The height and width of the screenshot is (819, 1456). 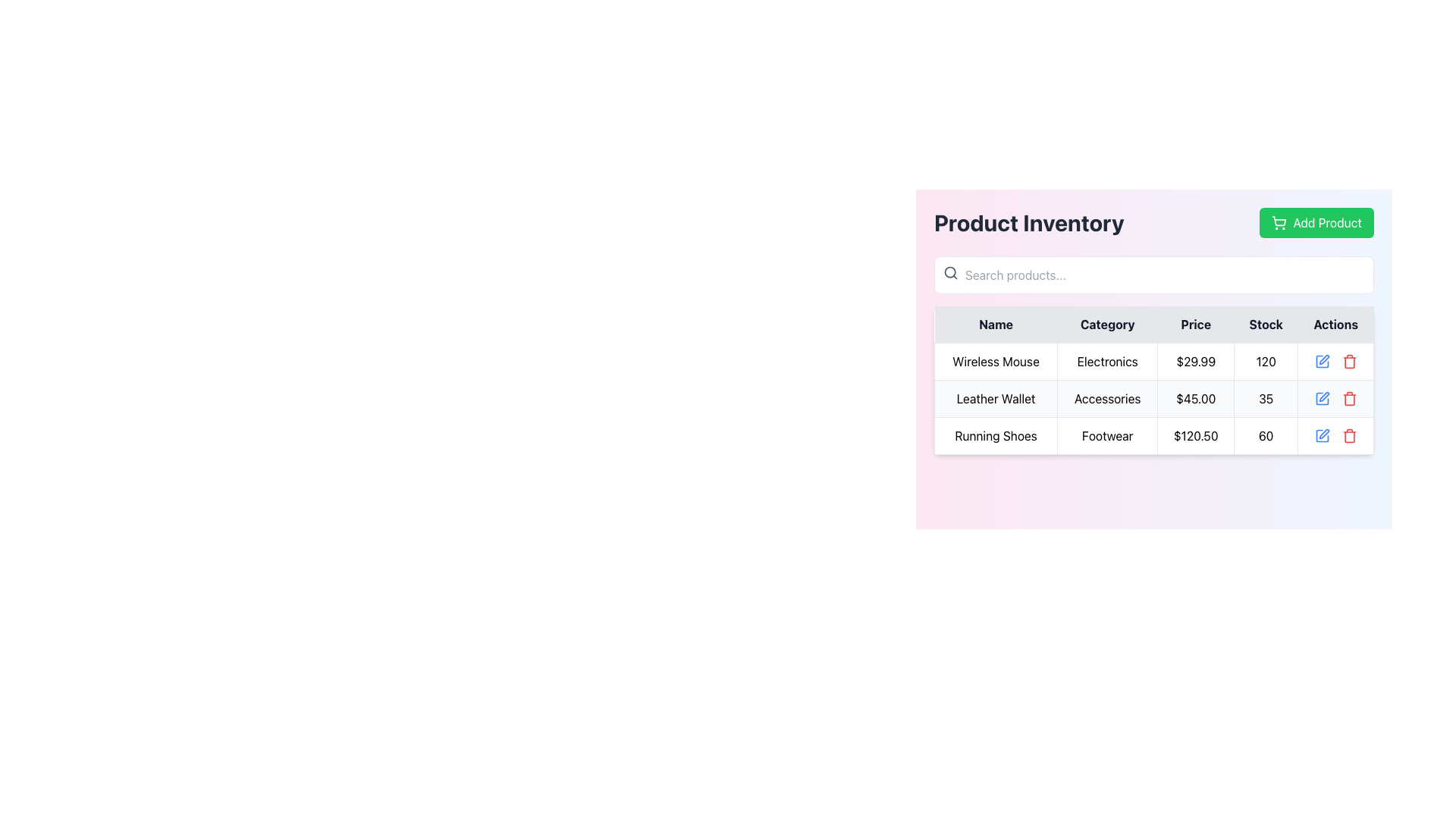 What do you see at coordinates (1029, 222) in the screenshot?
I see `the static header indicating the purpose of the product inventory section located at the top of the panel` at bounding box center [1029, 222].